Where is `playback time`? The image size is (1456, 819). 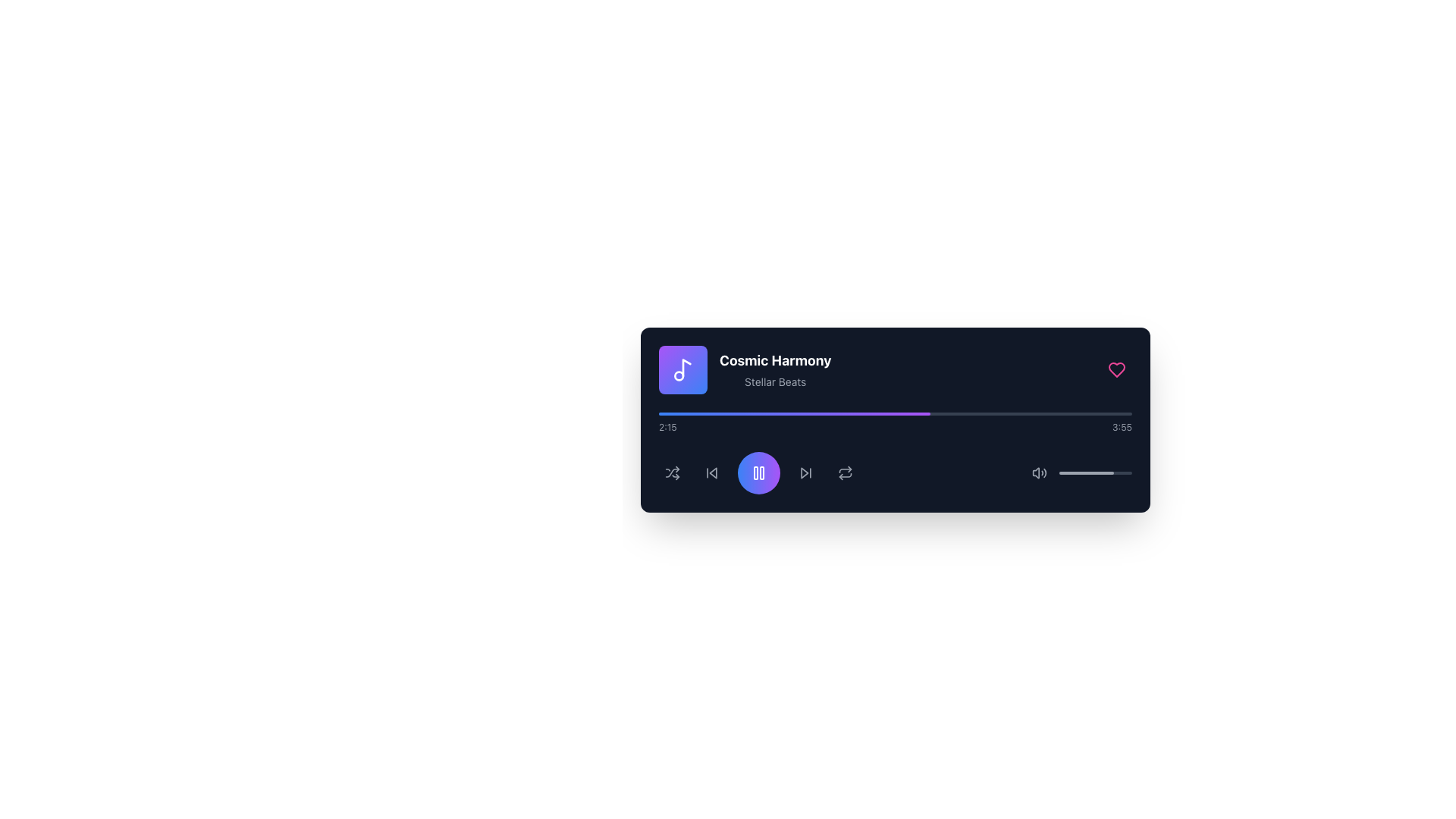
playback time is located at coordinates (741, 414).